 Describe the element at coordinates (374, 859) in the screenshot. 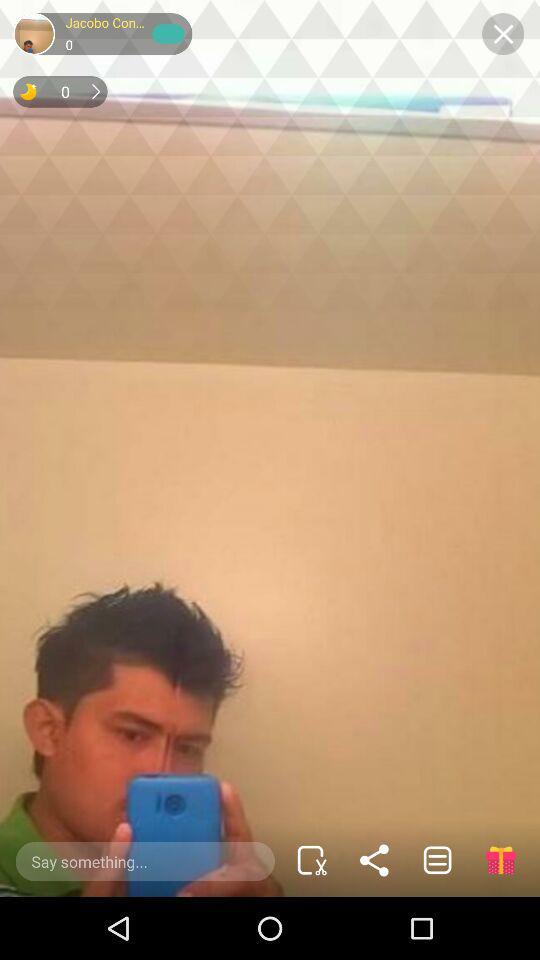

I see `the share icon` at that location.